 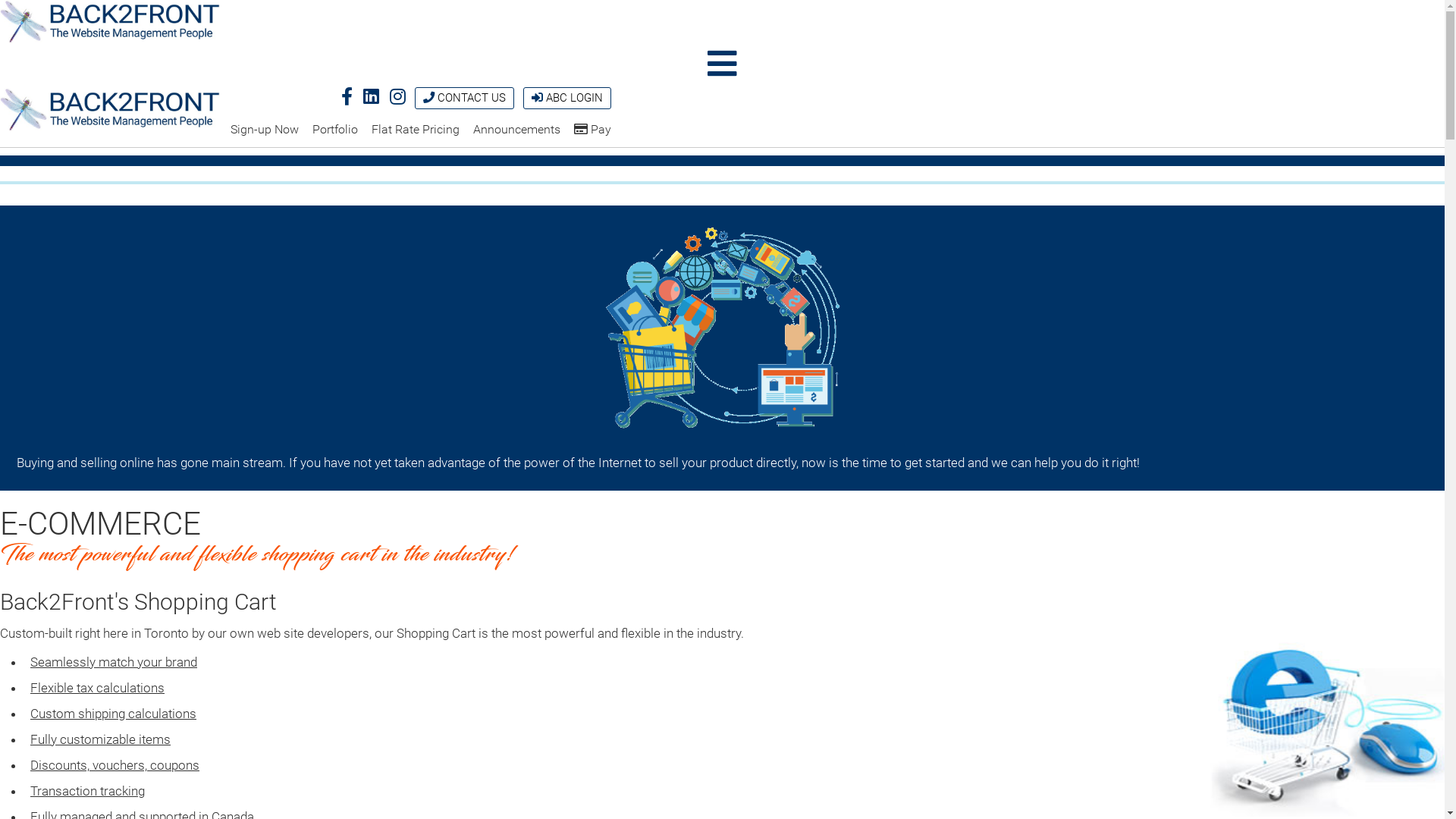 I want to click on 'Back2Front', so click(x=108, y=23).